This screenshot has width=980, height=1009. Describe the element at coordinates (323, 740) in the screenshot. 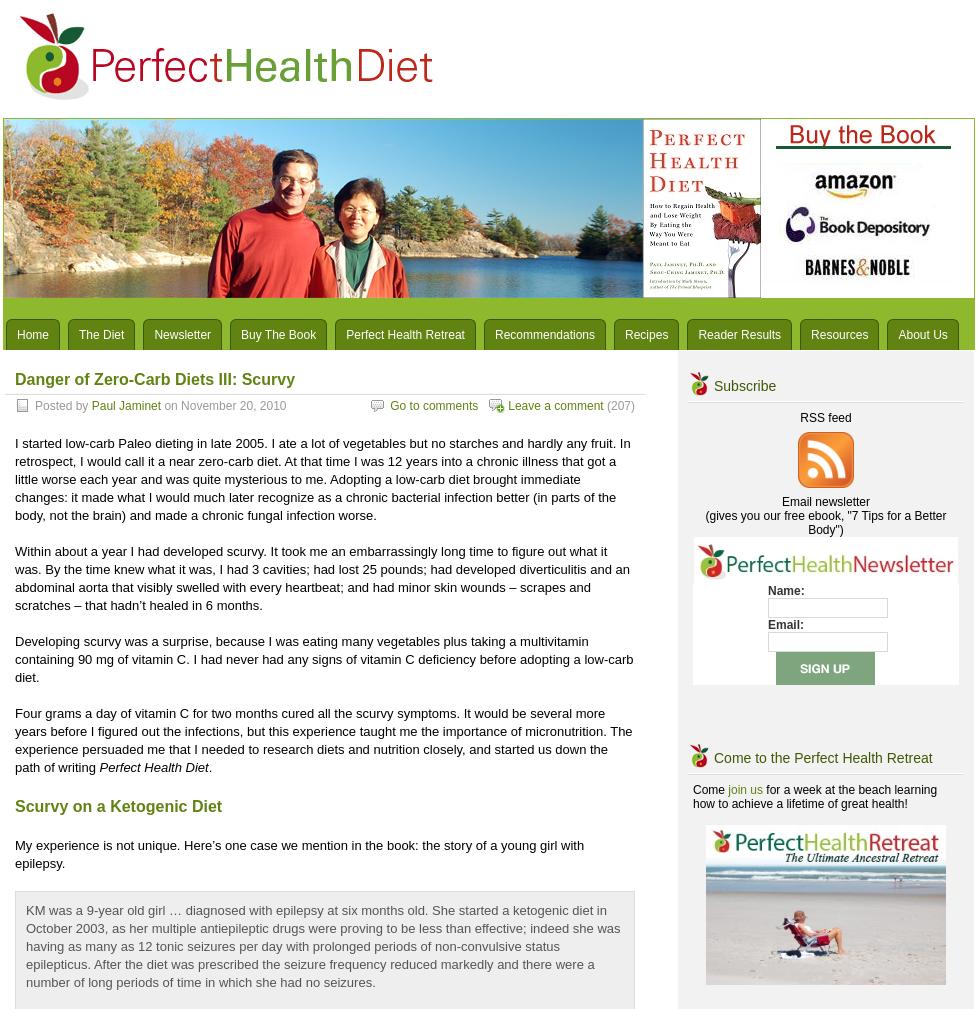

I see `'Four grams a day of vitamin C for two months cured all the scurvy symptoms. It would be several more years before I figured out the infections, but this experience taught me the importance of micronutrition. The experience persuaded me that I needed to research diets and nutrition closely, and started us down the path of writing'` at that location.